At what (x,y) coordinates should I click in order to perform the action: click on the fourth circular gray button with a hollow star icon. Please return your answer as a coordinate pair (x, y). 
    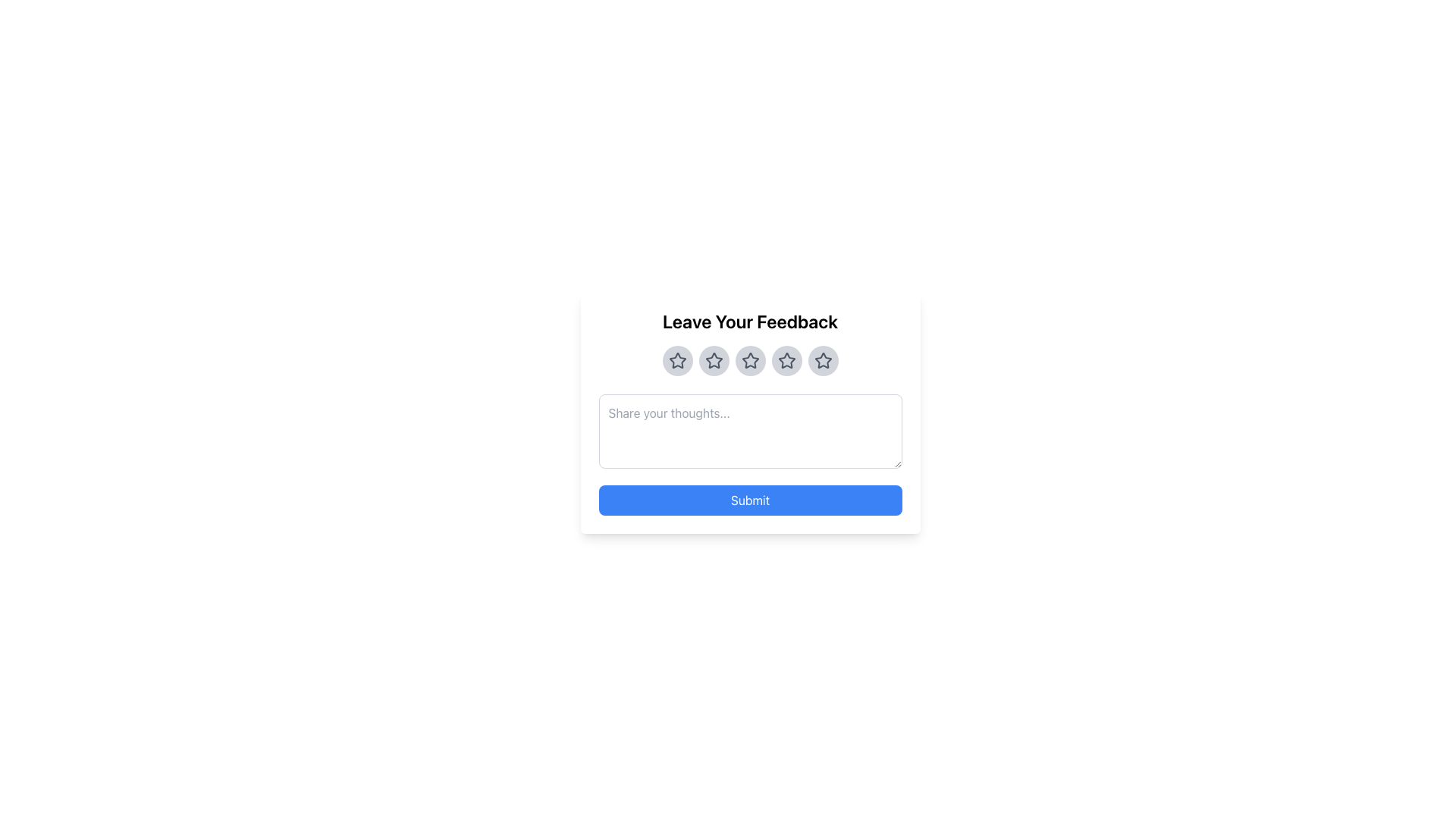
    Looking at the image, I should click on (786, 360).